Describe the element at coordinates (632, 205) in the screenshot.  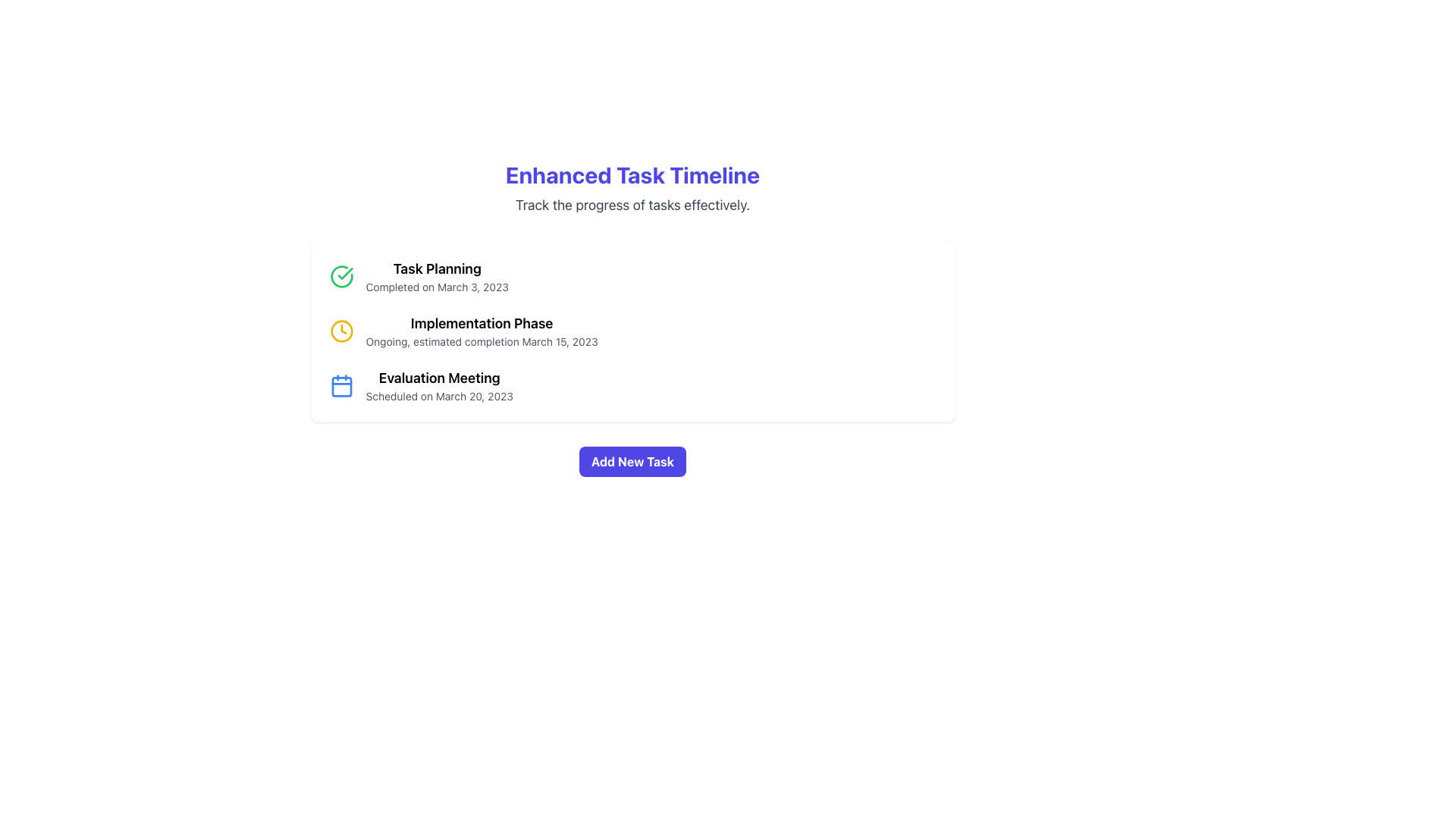
I see `the text element that reads 'Track the progress of tasks effectively.' which is styled in subtle gray color and positioned below the headline 'Enhanced Task Timeline'` at that location.